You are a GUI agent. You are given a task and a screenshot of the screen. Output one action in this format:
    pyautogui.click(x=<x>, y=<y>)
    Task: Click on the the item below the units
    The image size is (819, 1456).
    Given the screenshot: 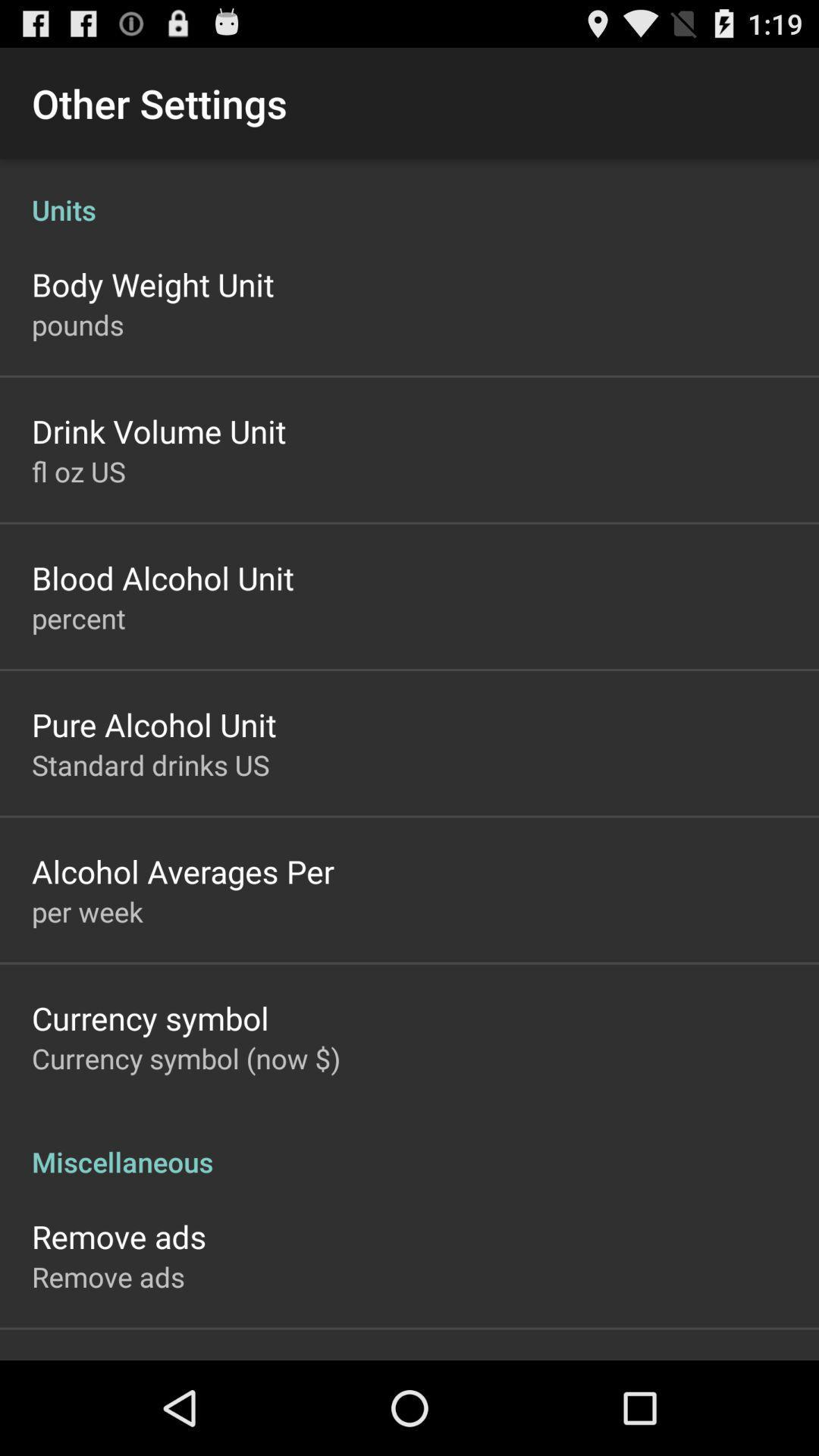 What is the action you would take?
    pyautogui.click(x=152, y=284)
    